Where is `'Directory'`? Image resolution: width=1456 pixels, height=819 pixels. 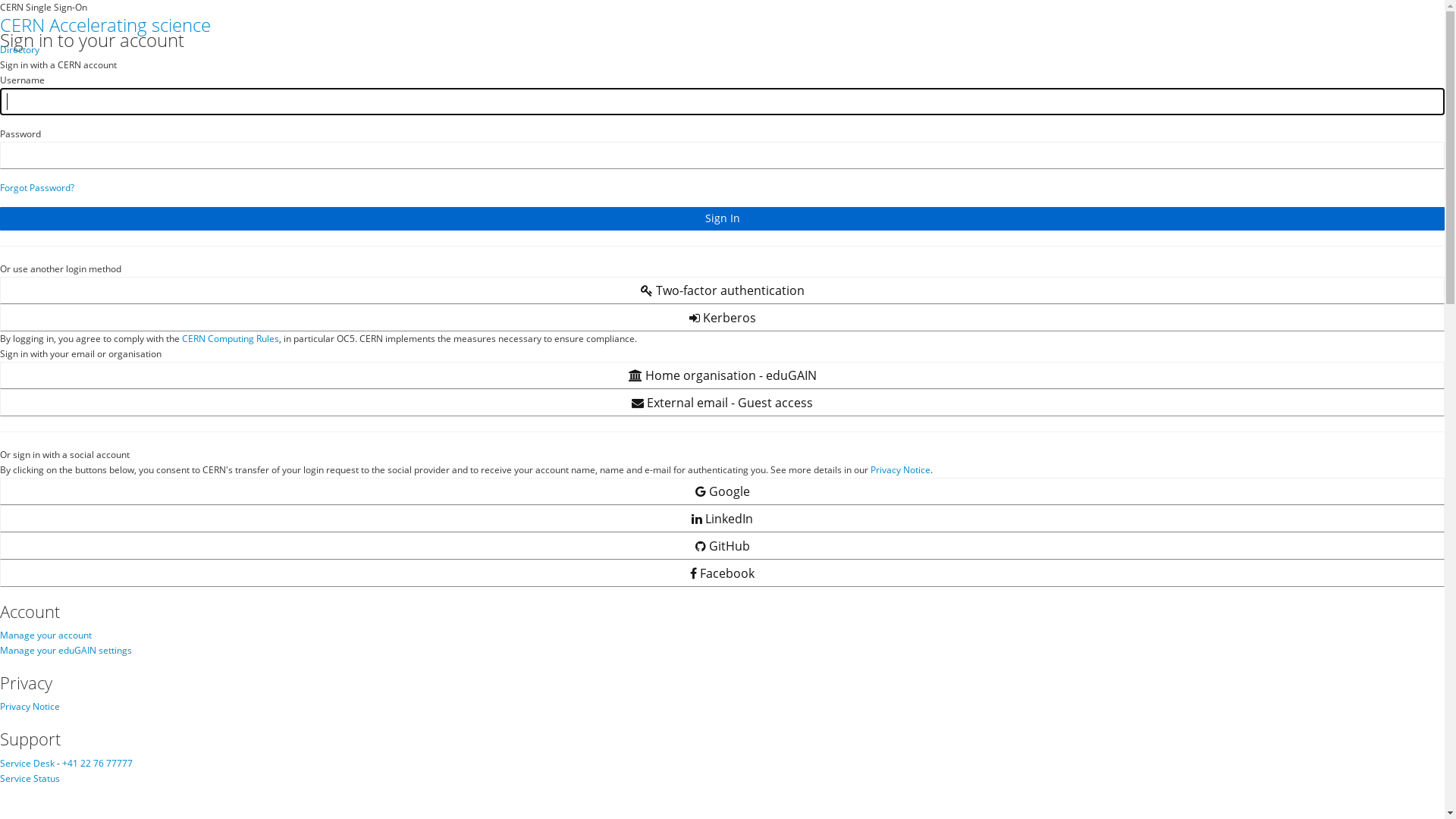
'Directory' is located at coordinates (0, 49).